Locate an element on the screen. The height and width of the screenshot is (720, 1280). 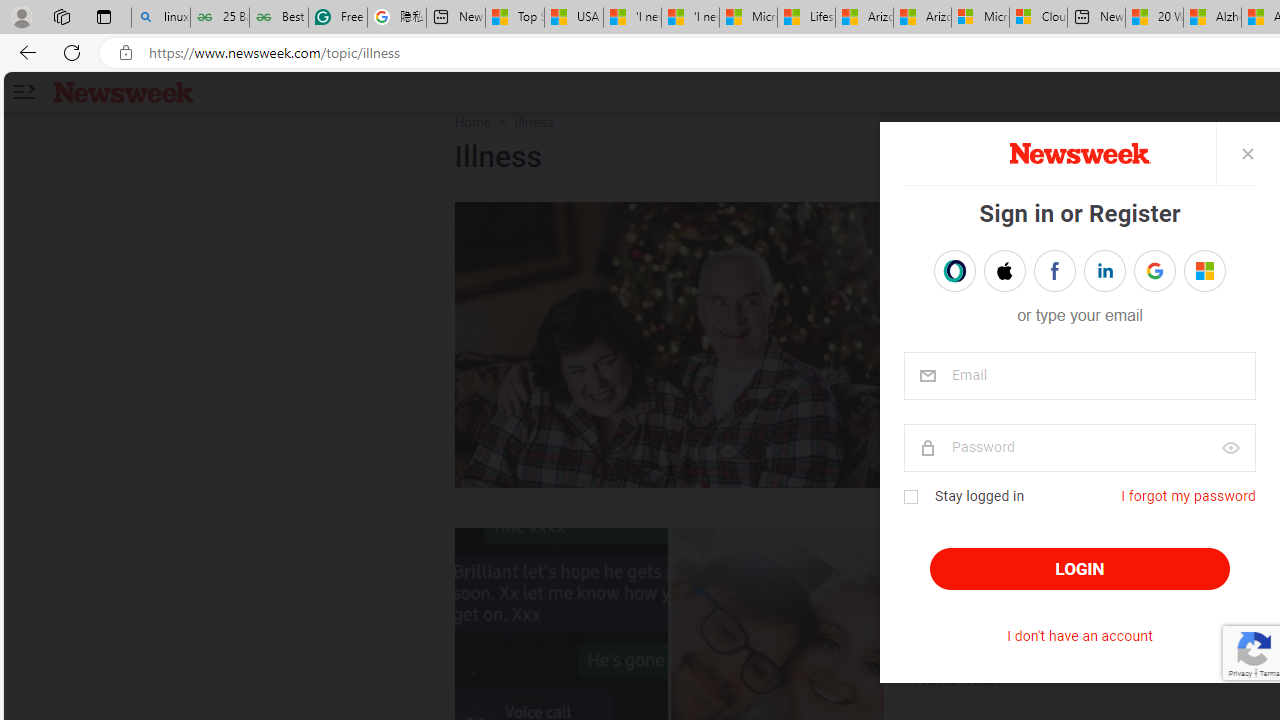
'New tab' is located at coordinates (1095, 17).